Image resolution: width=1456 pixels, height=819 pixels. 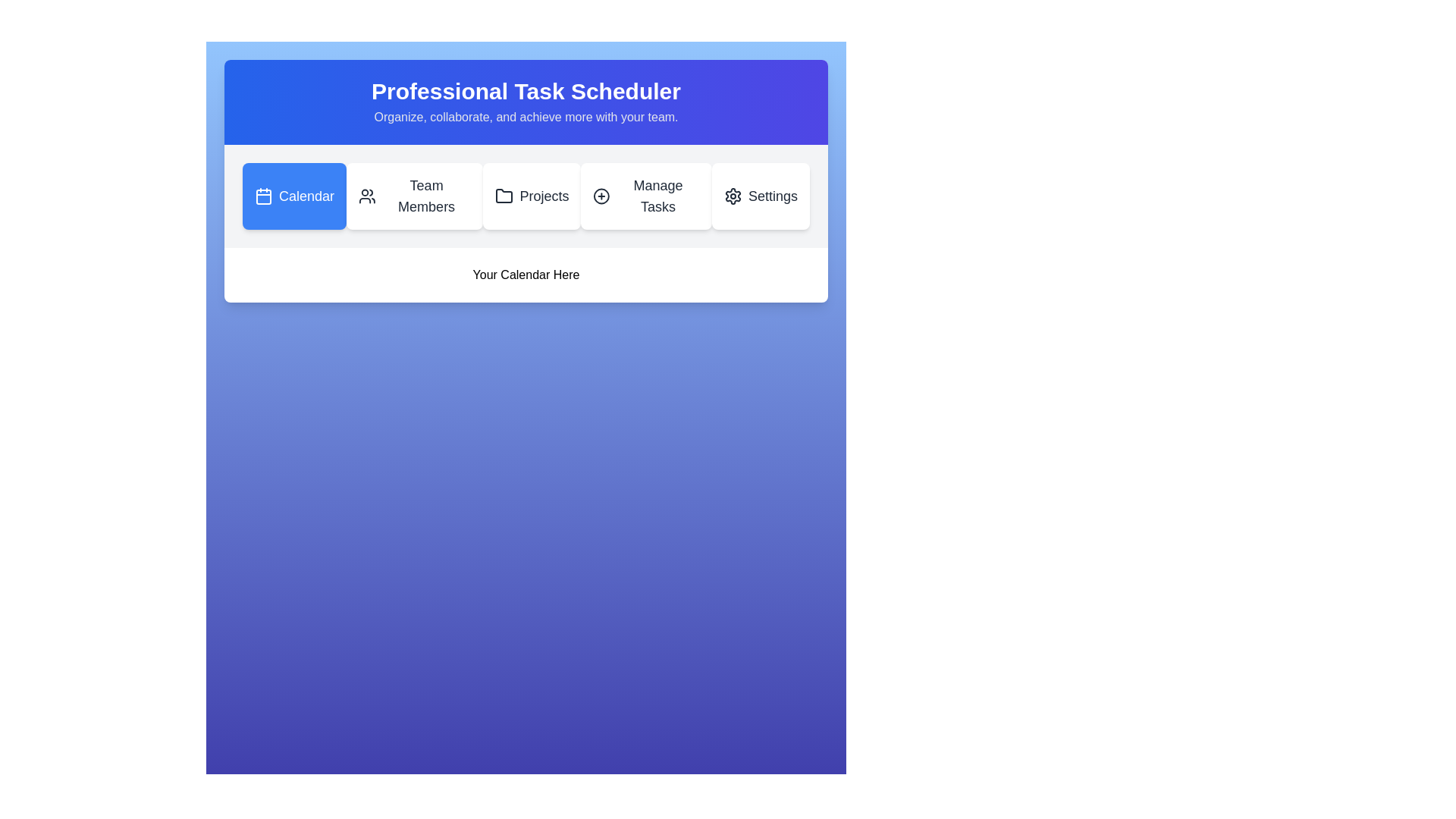 I want to click on the 'Team Members' icon, so click(x=367, y=195).